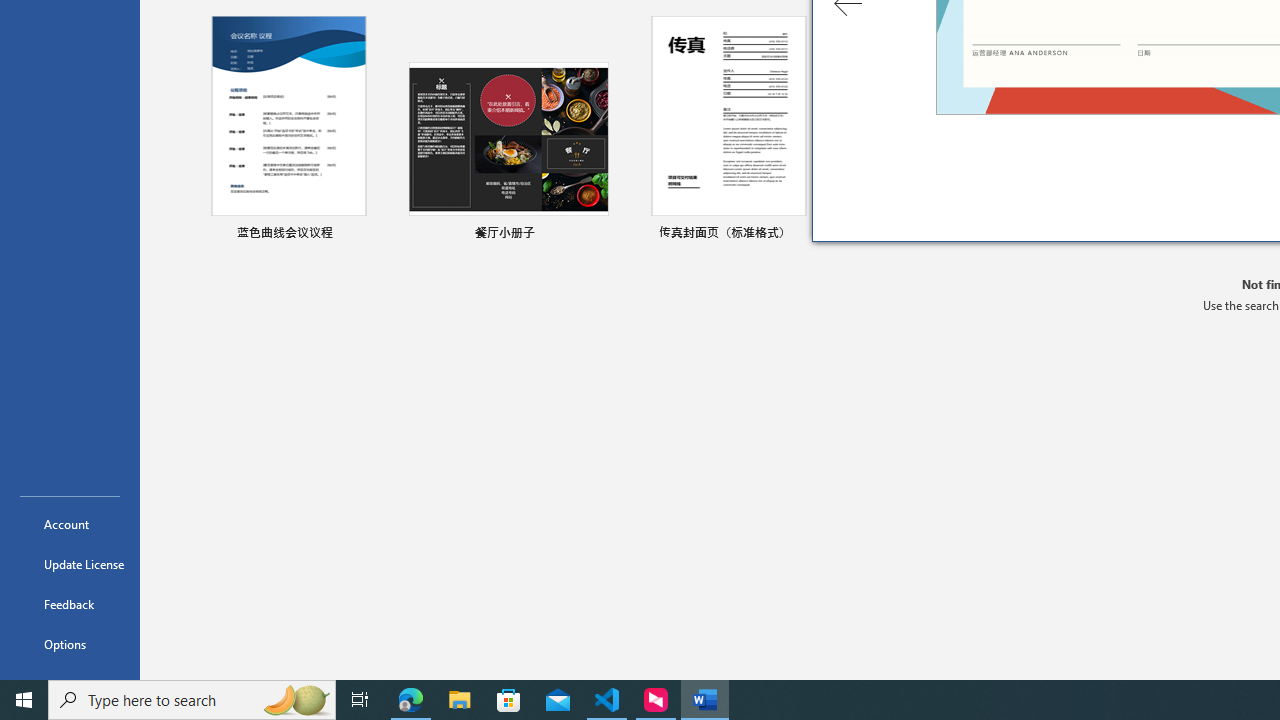 The image size is (1280, 720). I want to click on 'File Explorer', so click(459, 698).